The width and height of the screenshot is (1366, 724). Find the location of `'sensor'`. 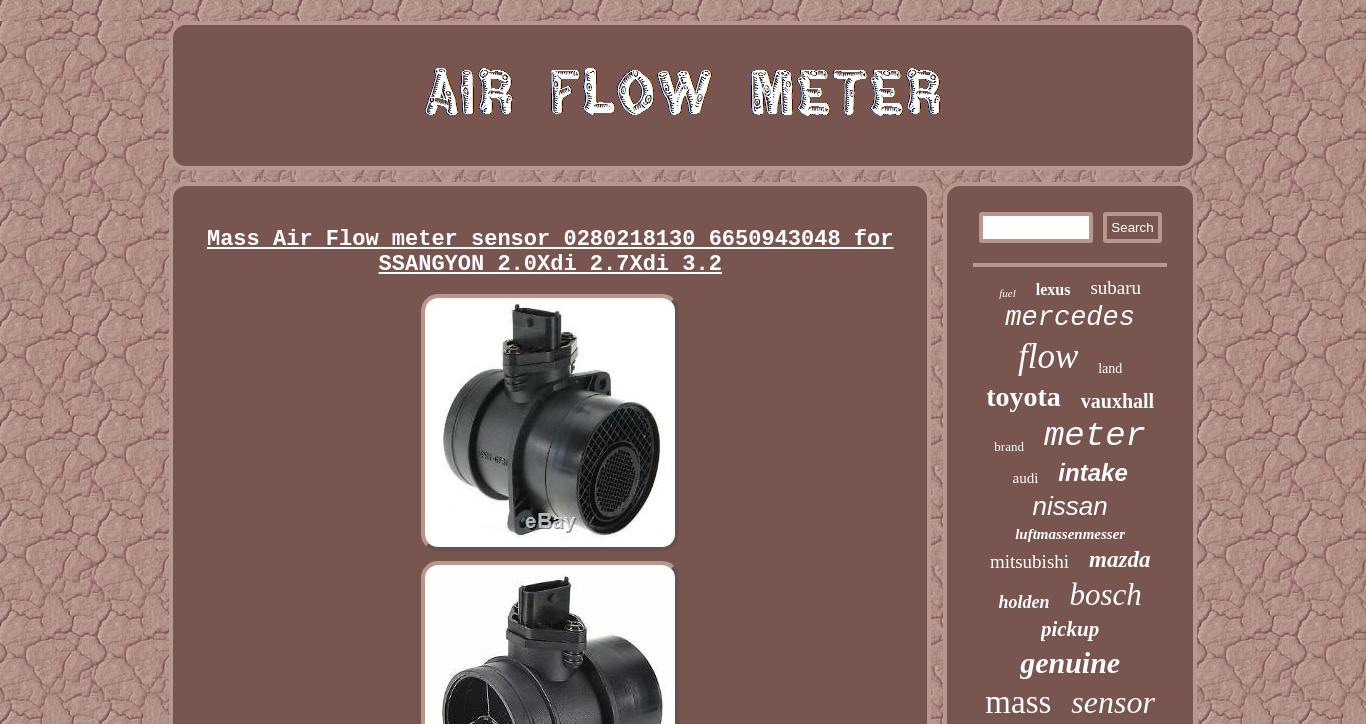

'sensor' is located at coordinates (1111, 700).